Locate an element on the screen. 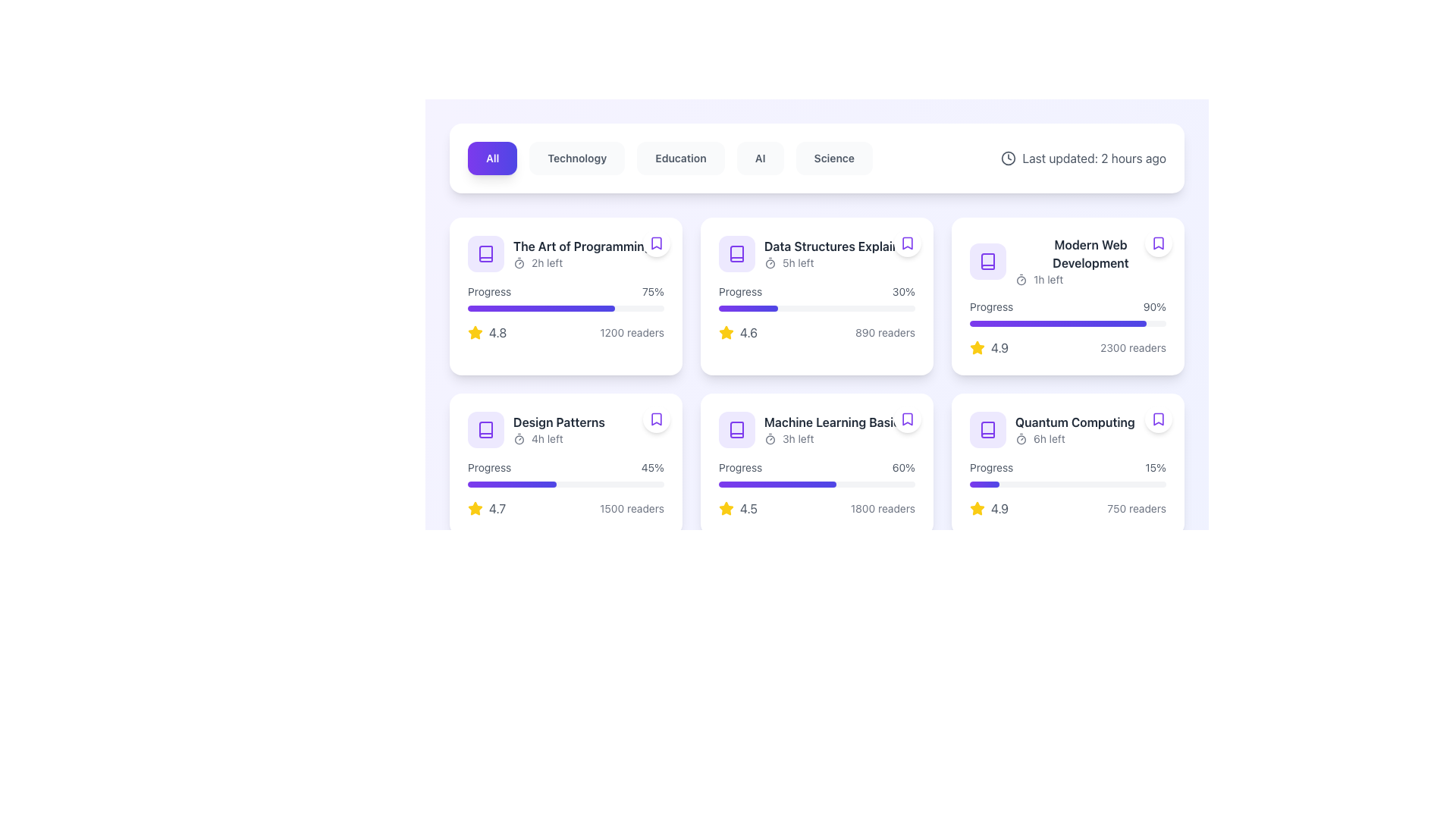 The height and width of the screenshot is (819, 1456). the rating indicator for the 'Machine Learning Basics' card, located in the lower left part below the progress bar and beside the reader count is located at coordinates (738, 509).